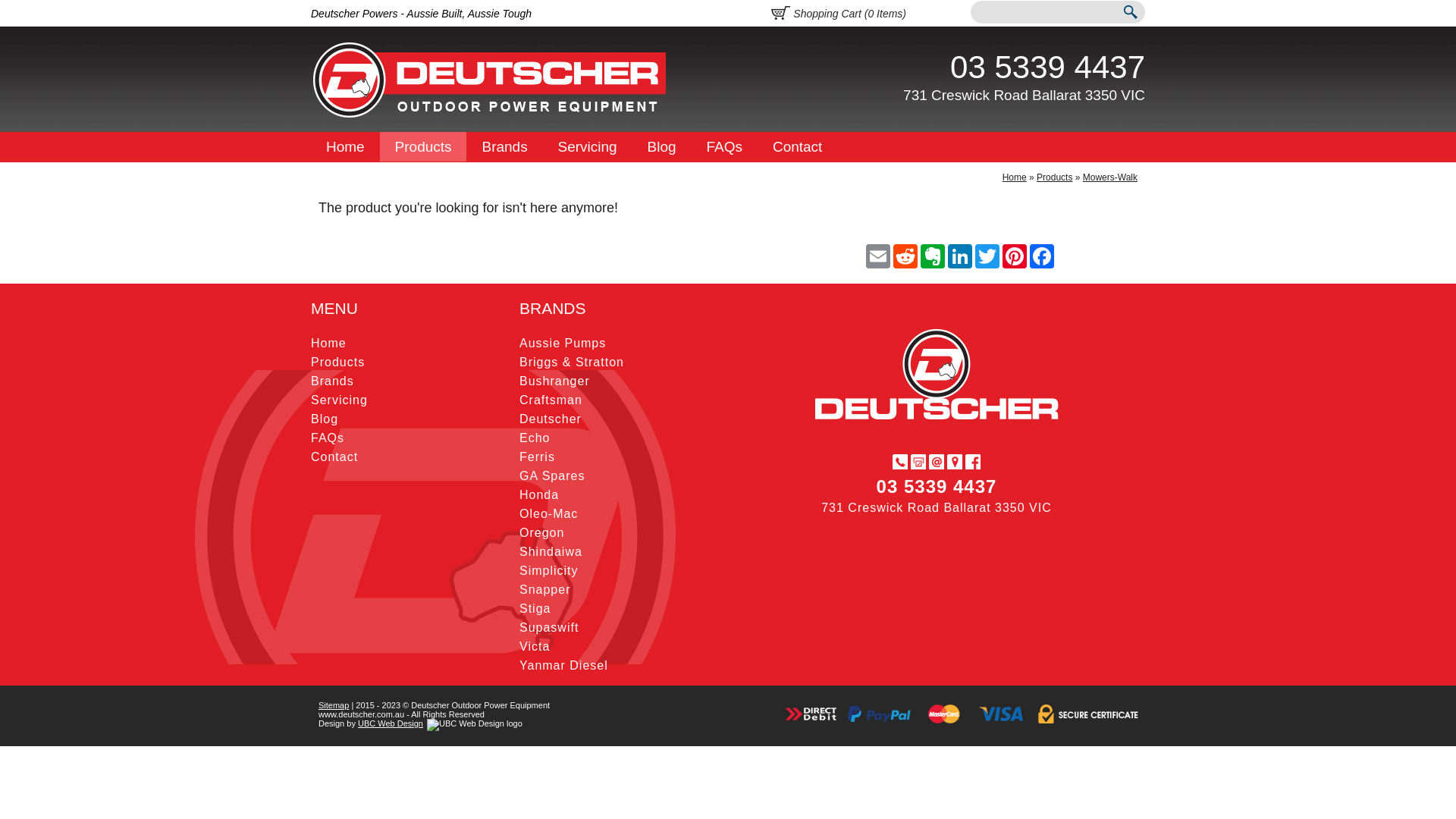  Describe the element at coordinates (504, 146) in the screenshot. I see `'Brands'` at that location.